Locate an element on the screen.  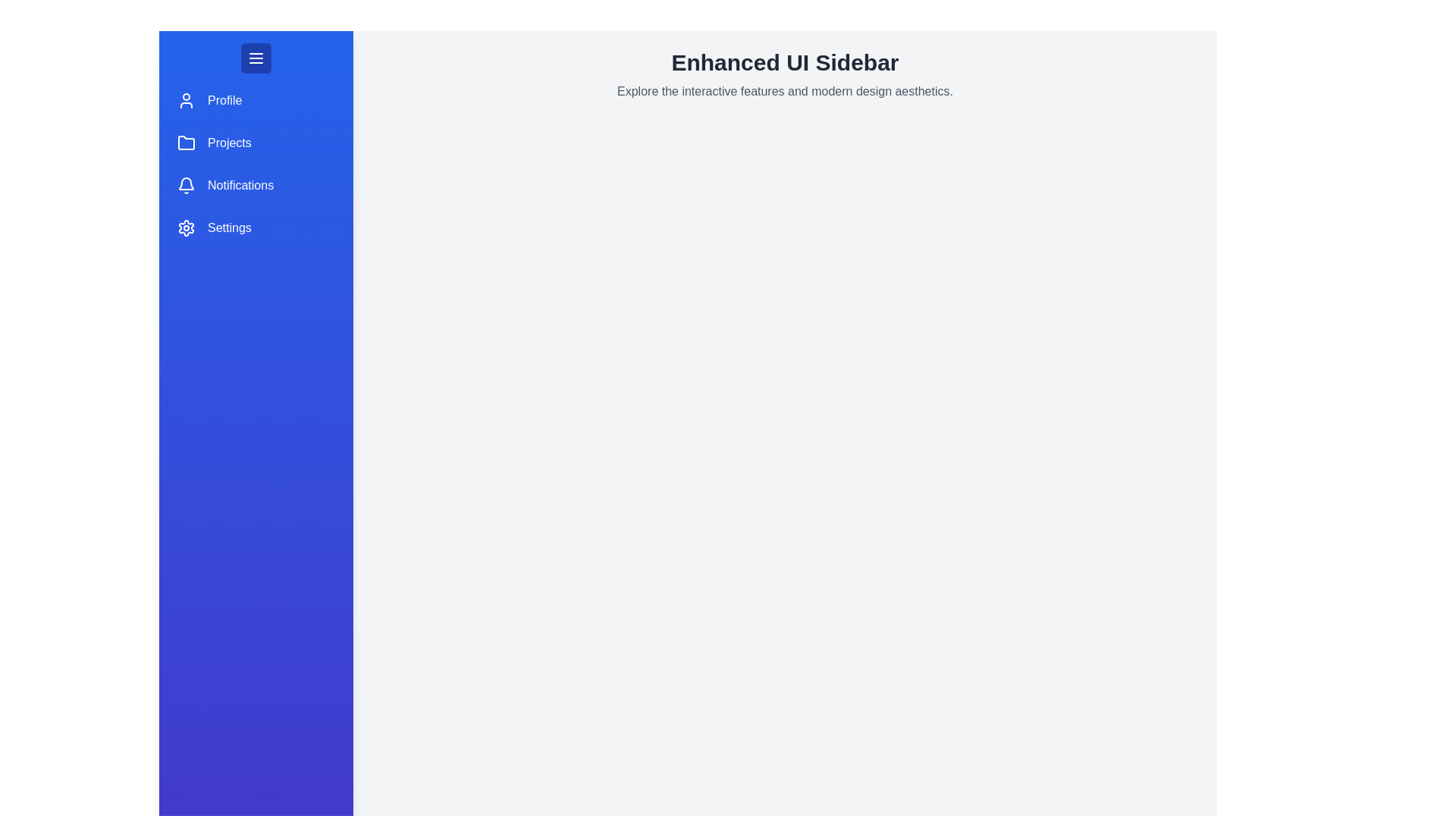
the menu item labeled Settings to highlight it is located at coordinates (256, 227).